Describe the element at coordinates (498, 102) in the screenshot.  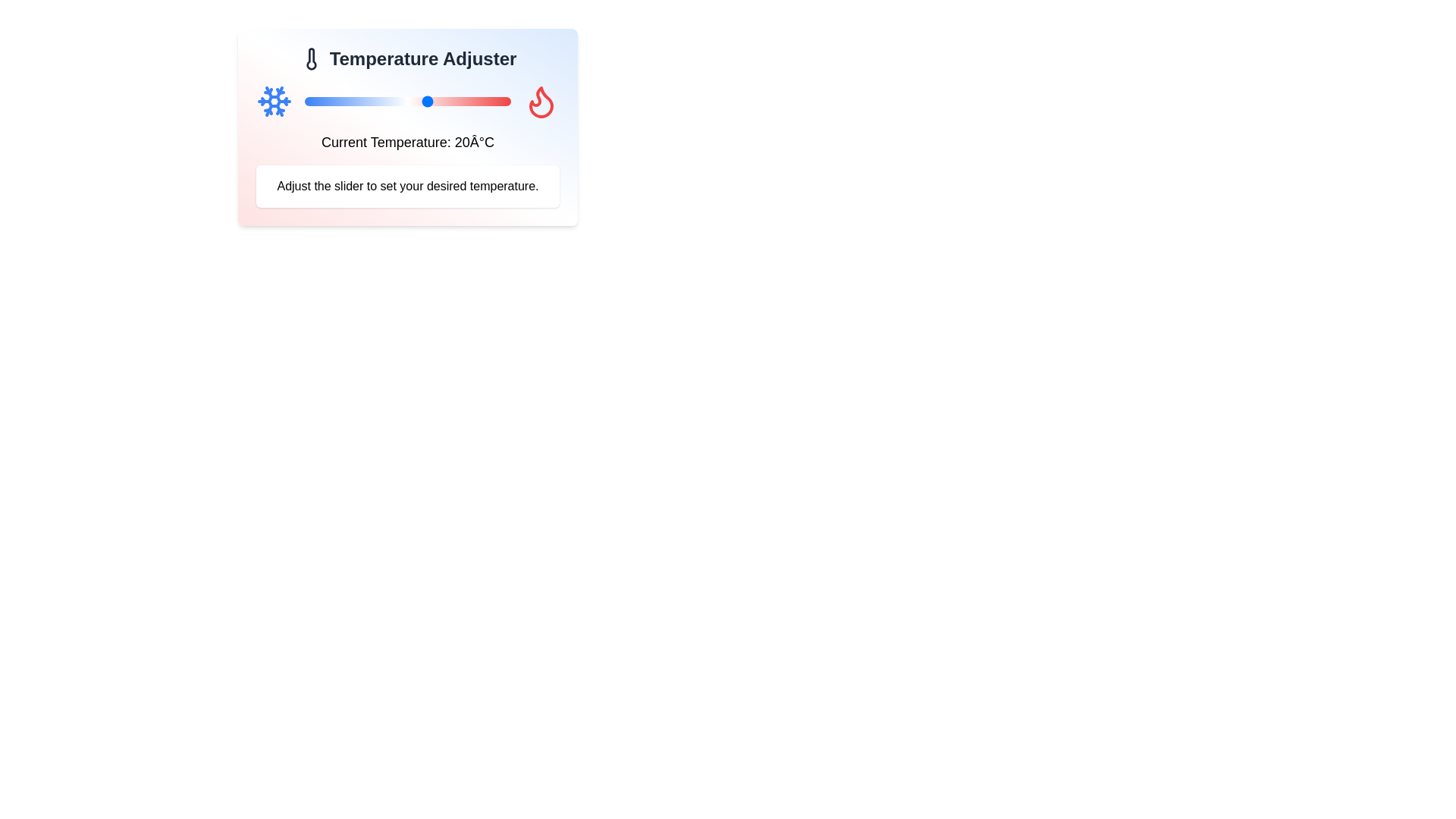
I see `the slider to set the temperature to 37°C` at that location.